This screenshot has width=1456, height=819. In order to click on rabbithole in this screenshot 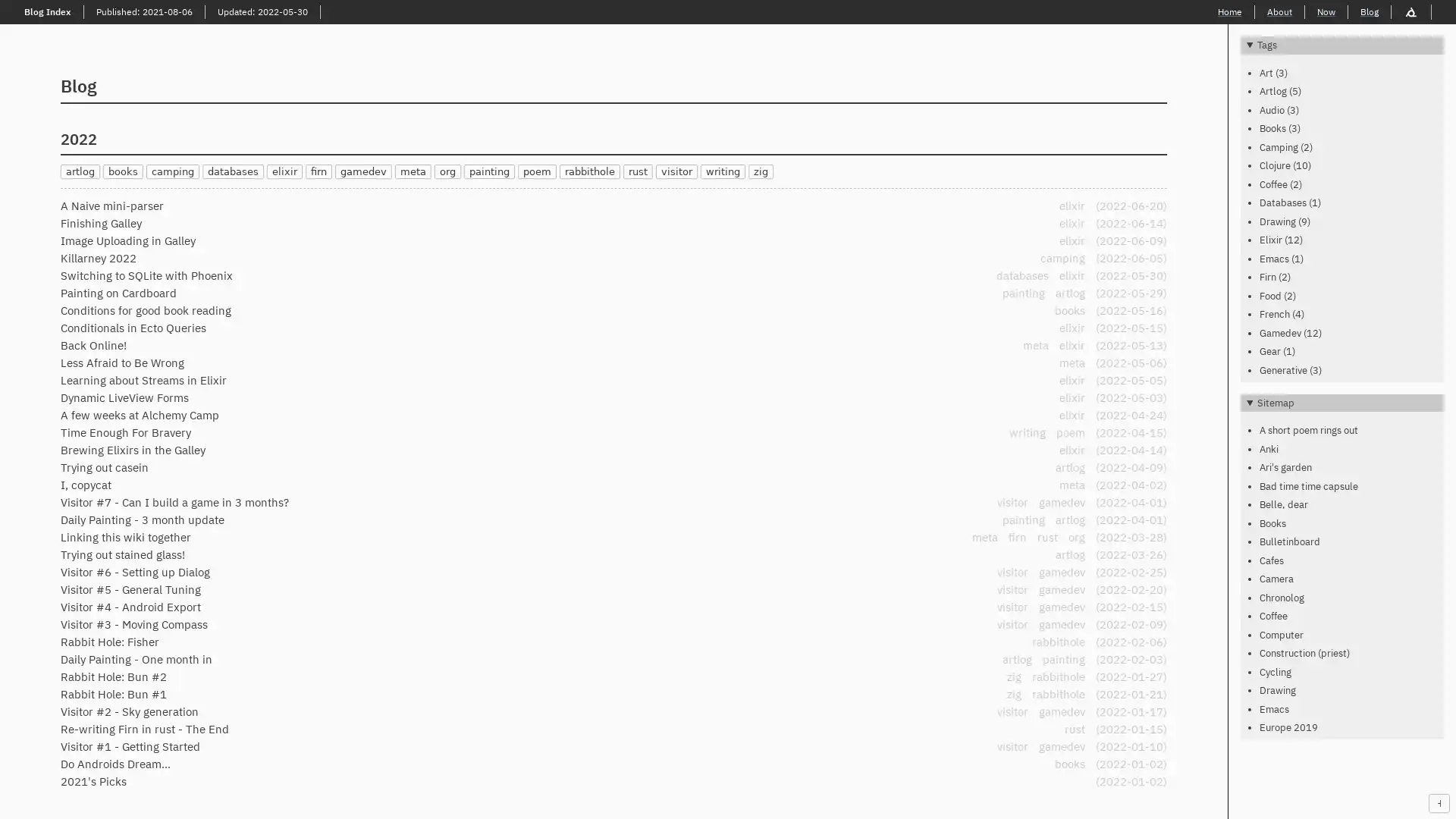, I will do `click(588, 171)`.